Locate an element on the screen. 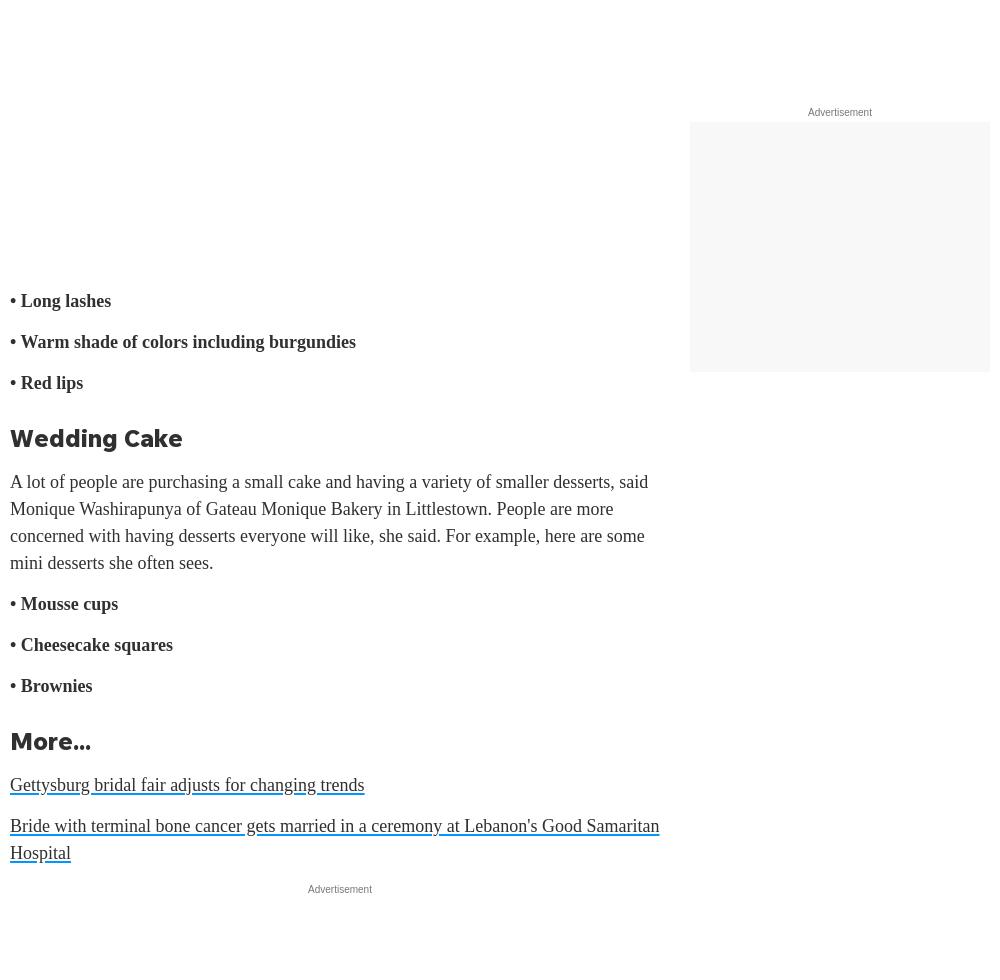 Image resolution: width=1000 pixels, height=980 pixels. '• Brownies' is located at coordinates (51, 686).